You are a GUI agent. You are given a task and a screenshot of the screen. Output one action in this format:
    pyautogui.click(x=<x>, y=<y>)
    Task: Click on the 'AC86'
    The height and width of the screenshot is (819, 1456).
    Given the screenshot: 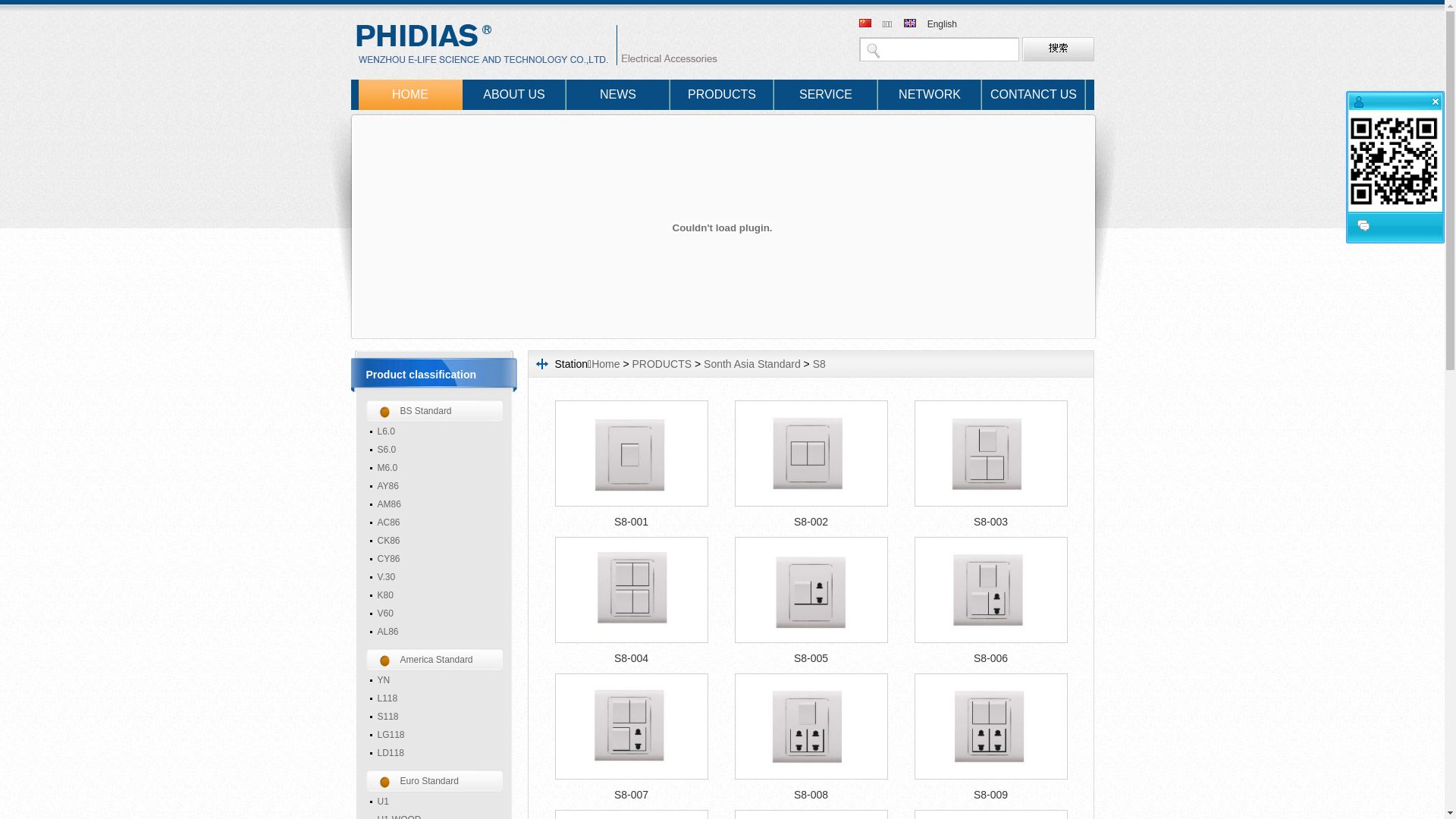 What is the action you would take?
    pyautogui.click(x=349, y=522)
    